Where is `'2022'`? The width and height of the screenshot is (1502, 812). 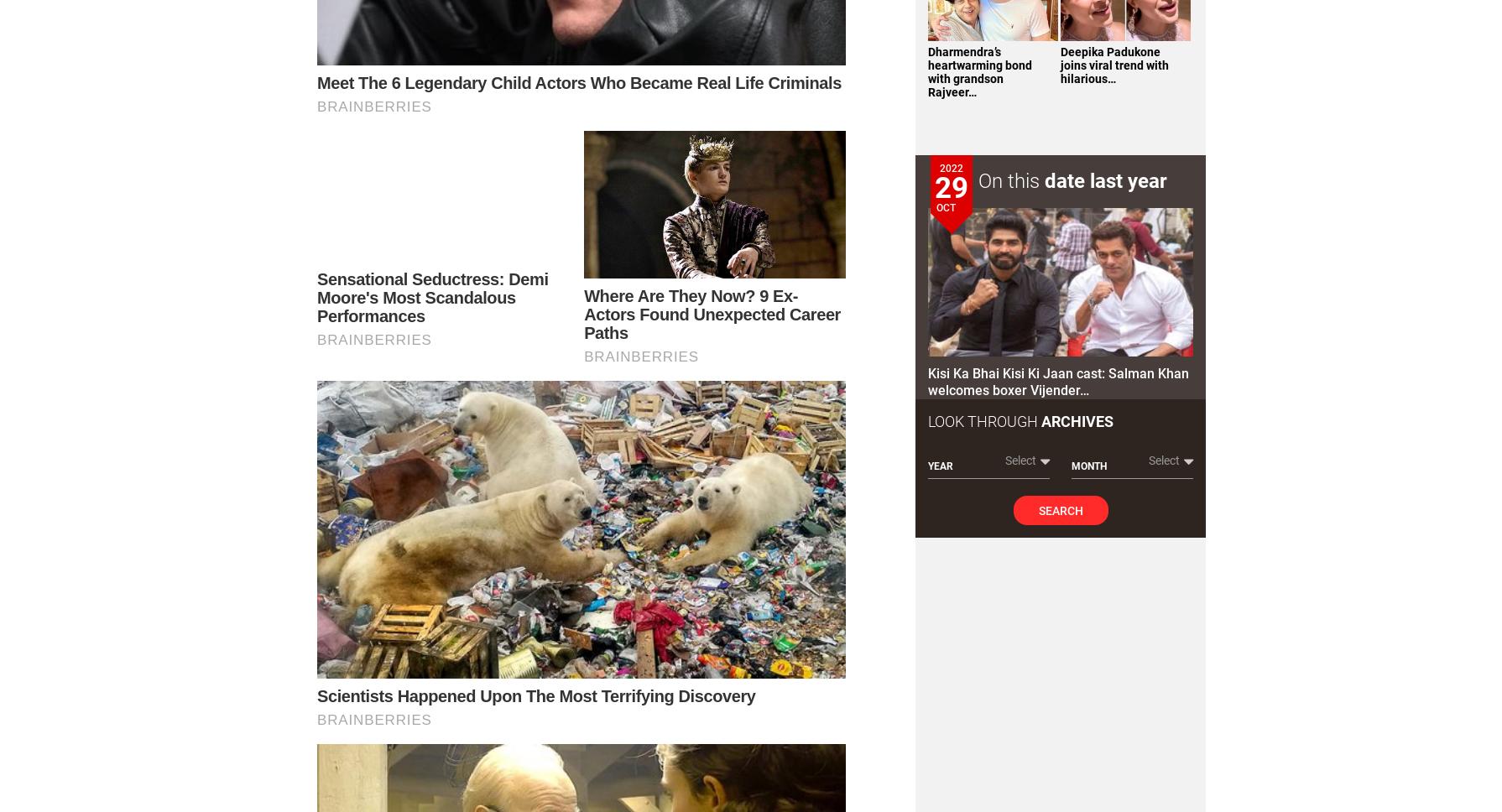 '2022' is located at coordinates (951, 167).